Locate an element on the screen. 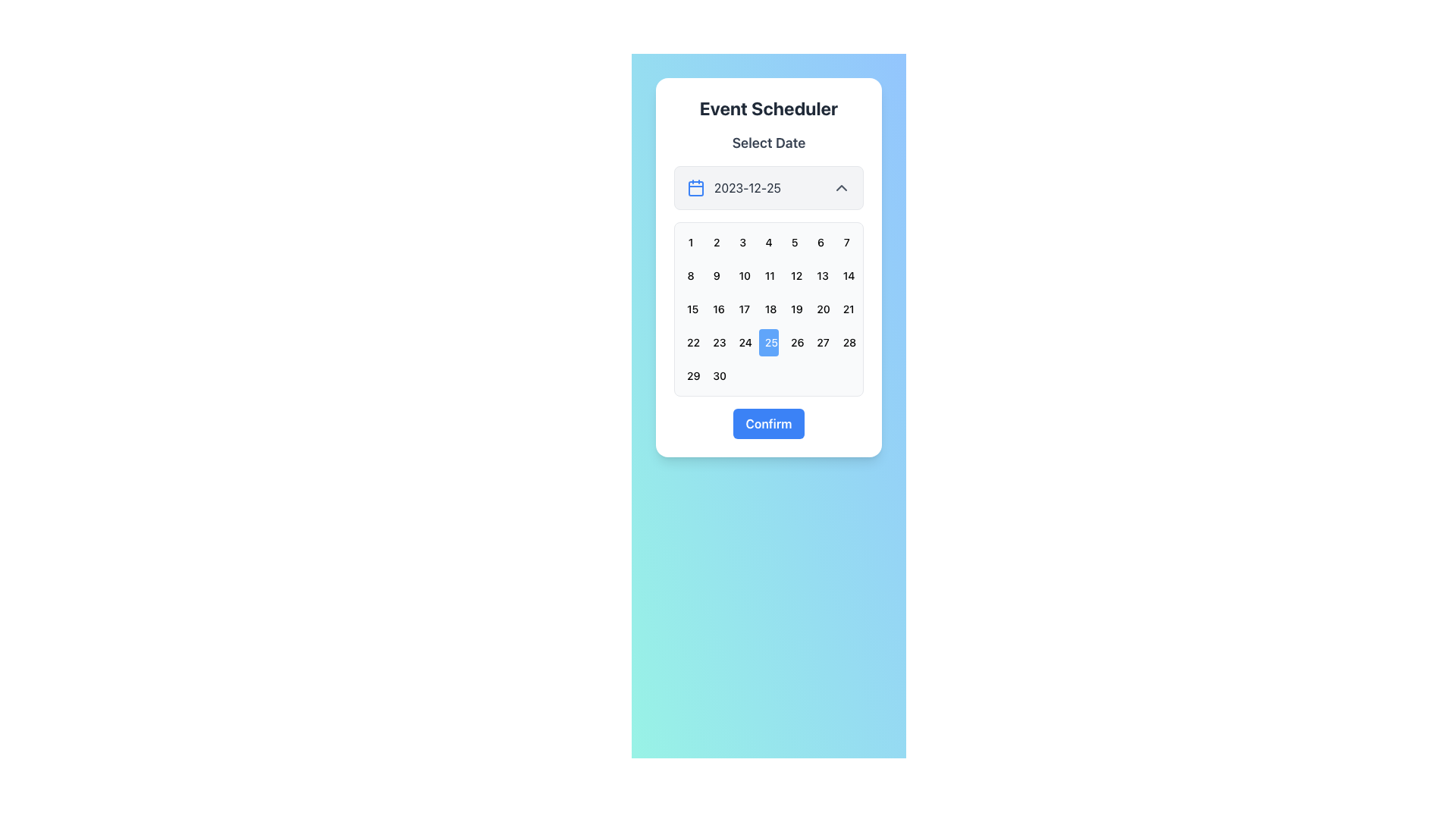  the Static information display element showing the date '2023-12-25', which is located below the 'Select Date' header and aligns between a calendar icon and a chevron icon is located at coordinates (768, 187).